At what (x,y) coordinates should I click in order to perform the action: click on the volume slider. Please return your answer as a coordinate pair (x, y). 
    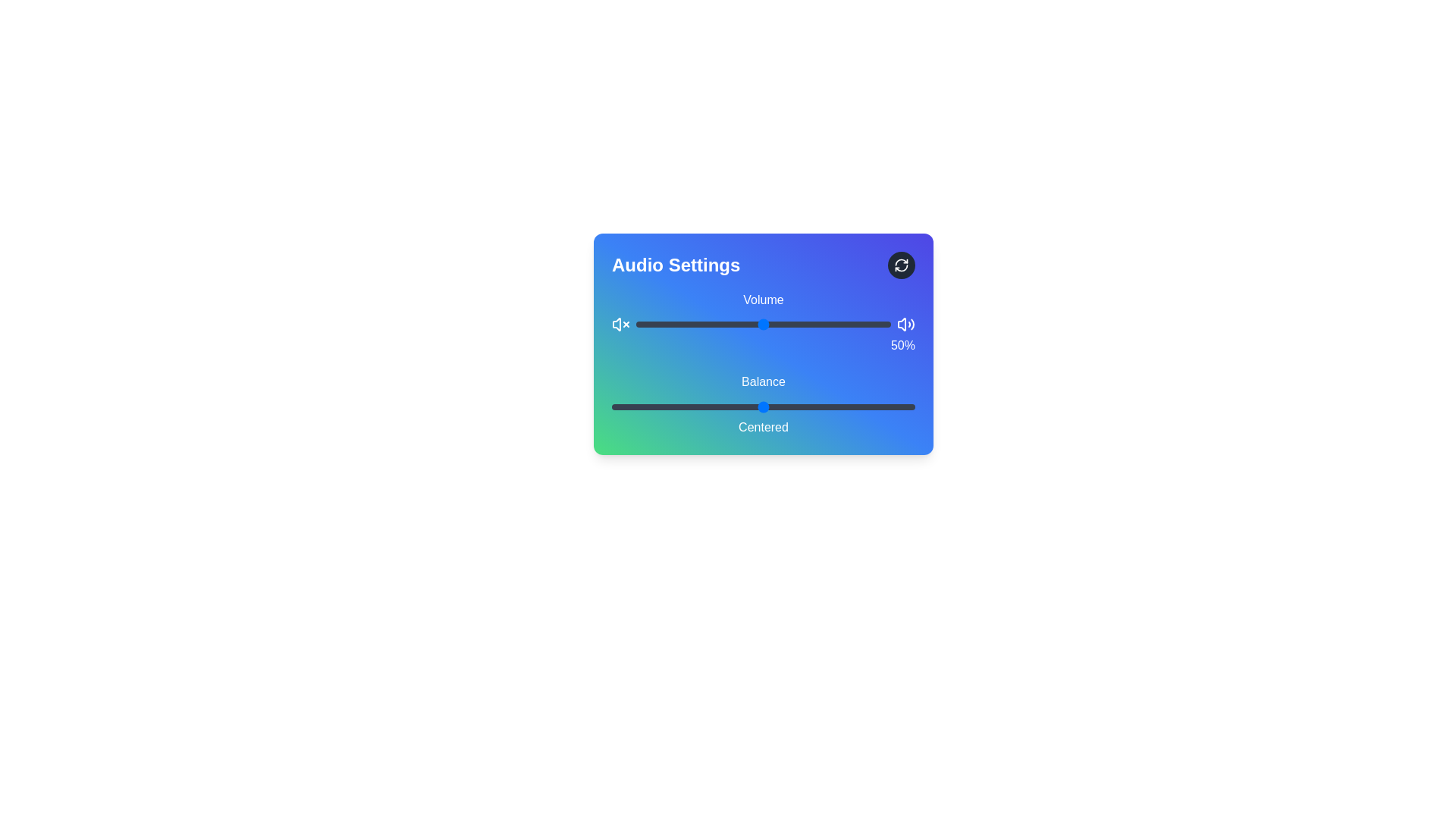
    Looking at the image, I should click on (883, 324).